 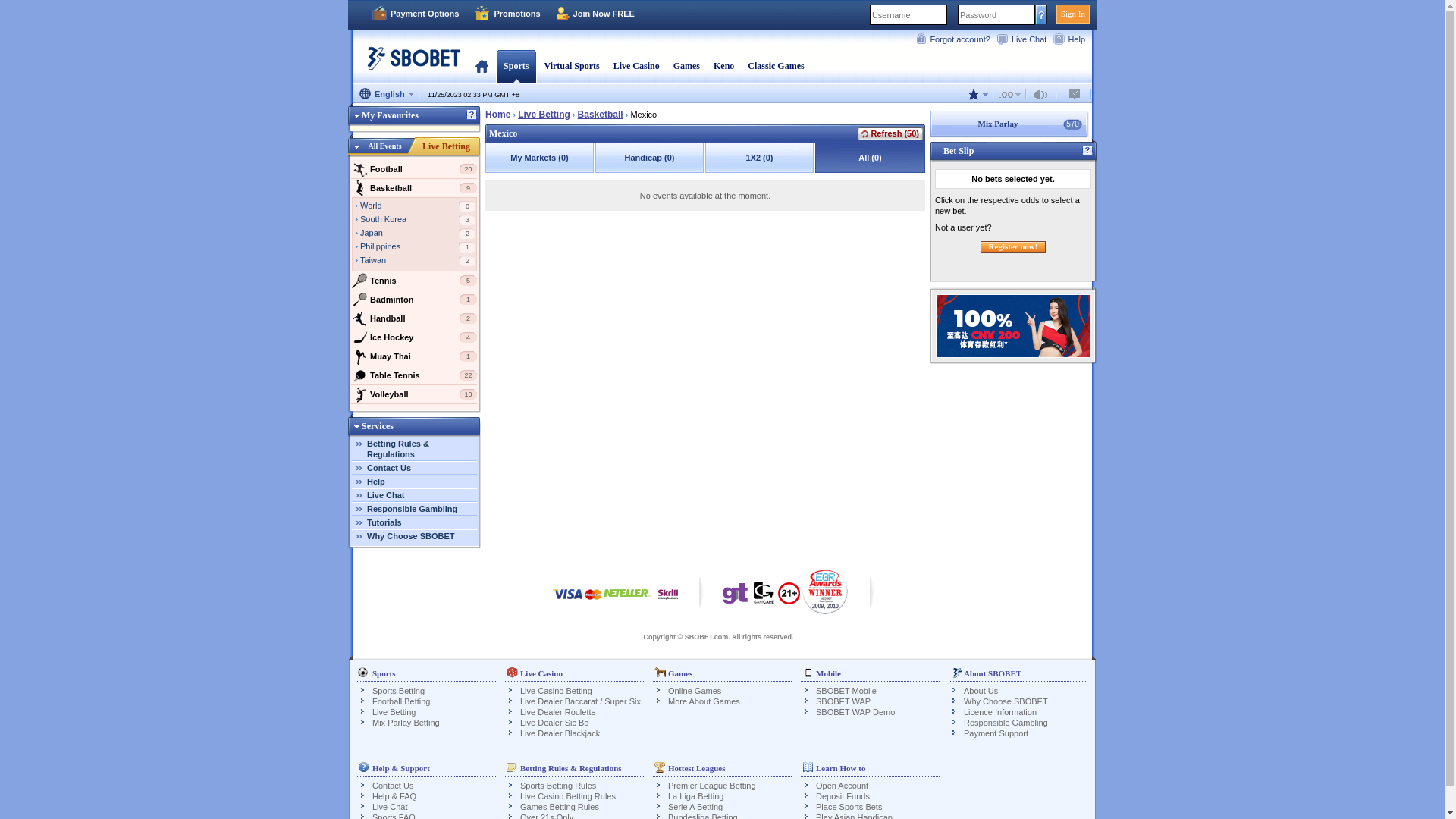 I want to click on 'Muay Thai, so click(x=414, y=356).